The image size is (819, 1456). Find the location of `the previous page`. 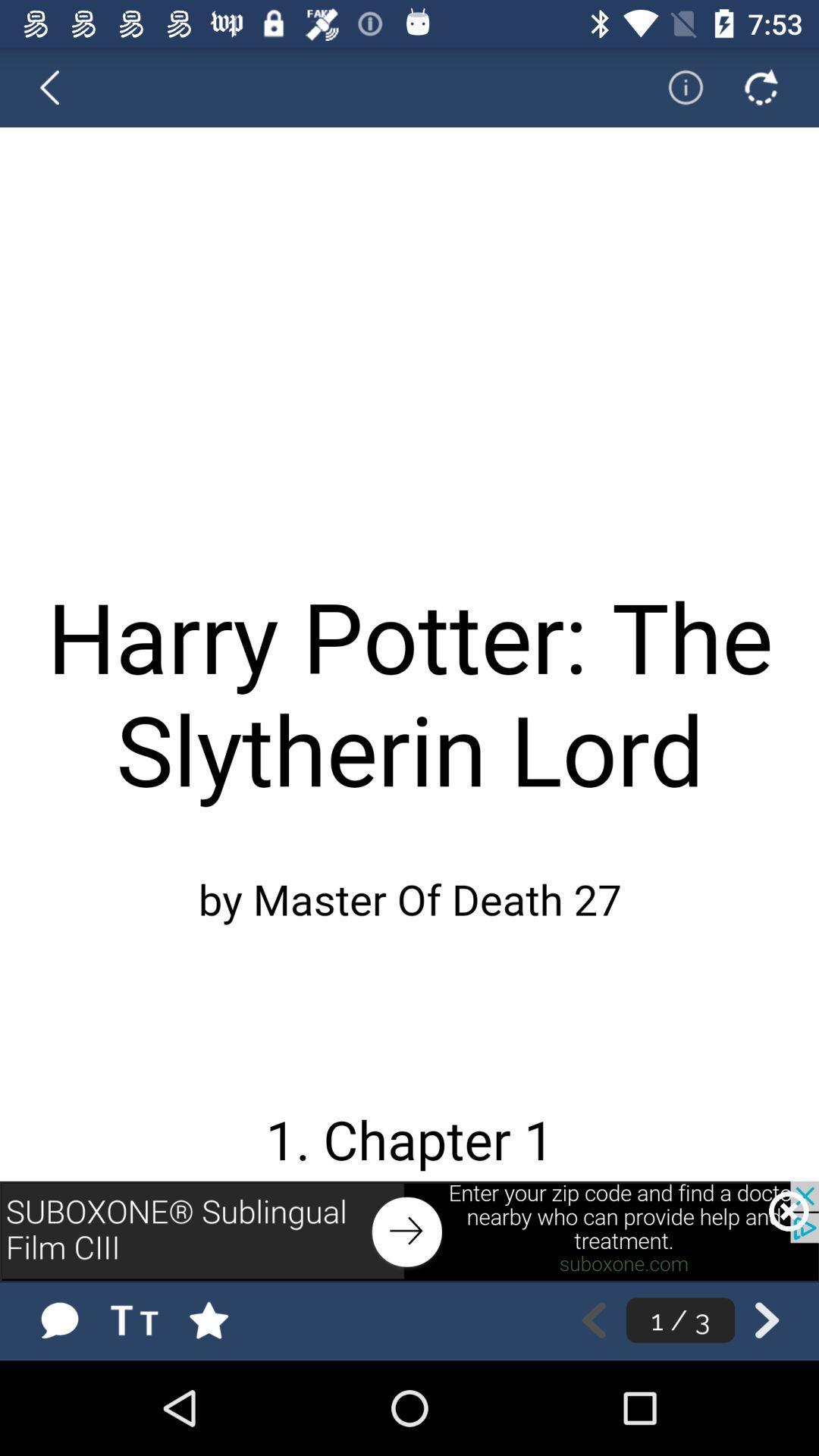

the previous page is located at coordinates (593, 1319).